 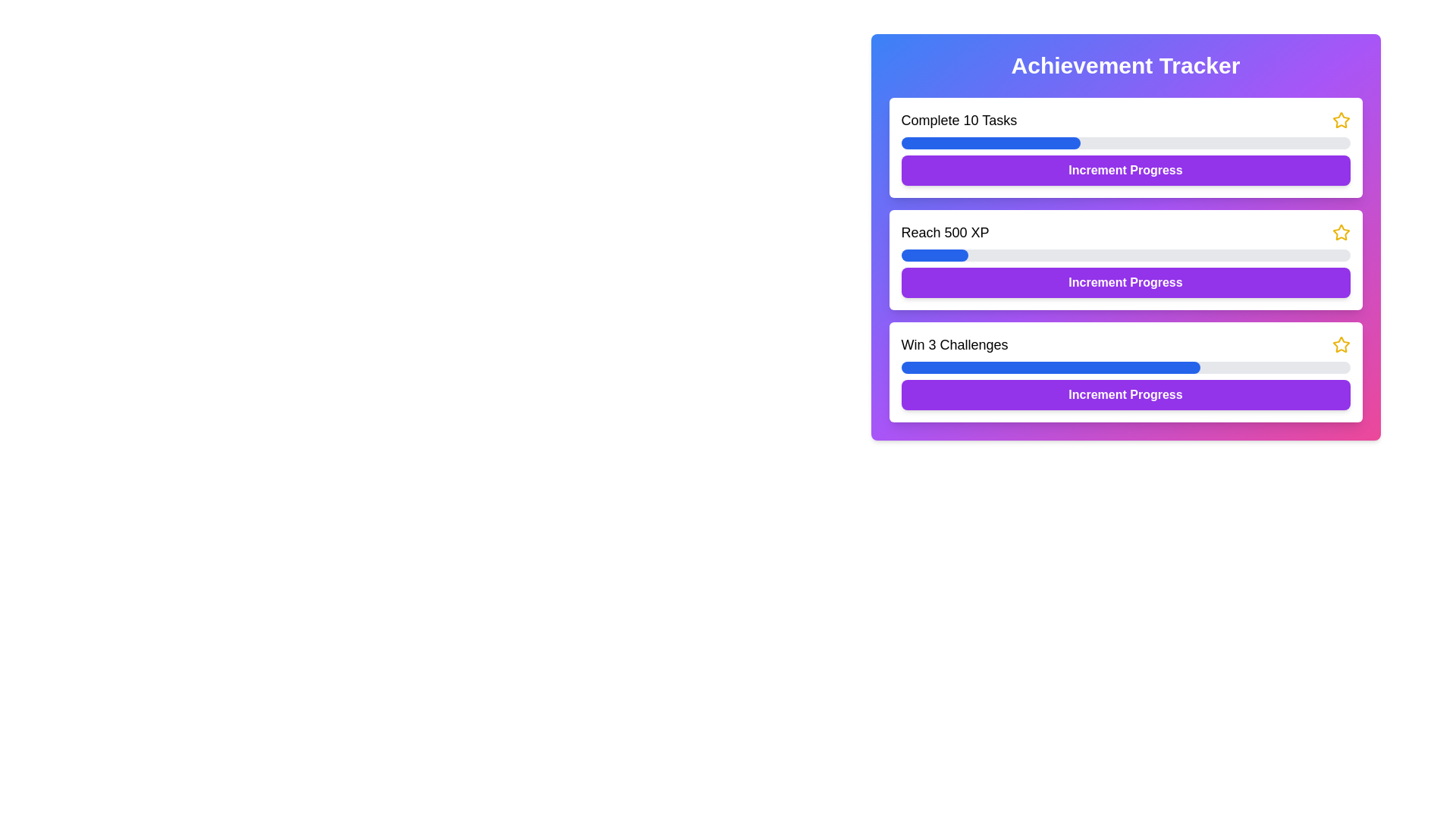 I want to click on the blue progress indicator within the 'Reach 500 XP' section of the second progress bar in the 'Achievement Tracker' UI, which is filled to approximately 15% of its total width, so click(x=934, y=254).